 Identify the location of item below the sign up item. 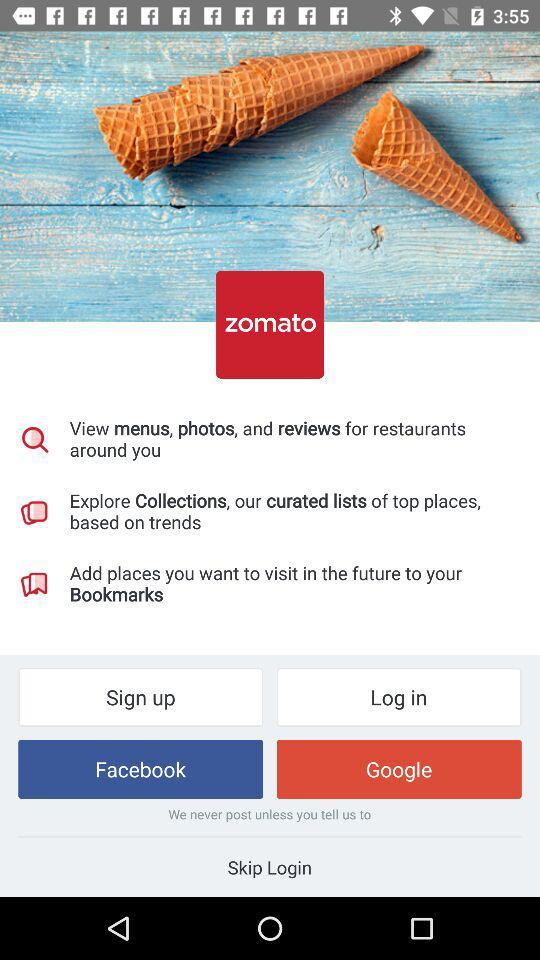
(139, 768).